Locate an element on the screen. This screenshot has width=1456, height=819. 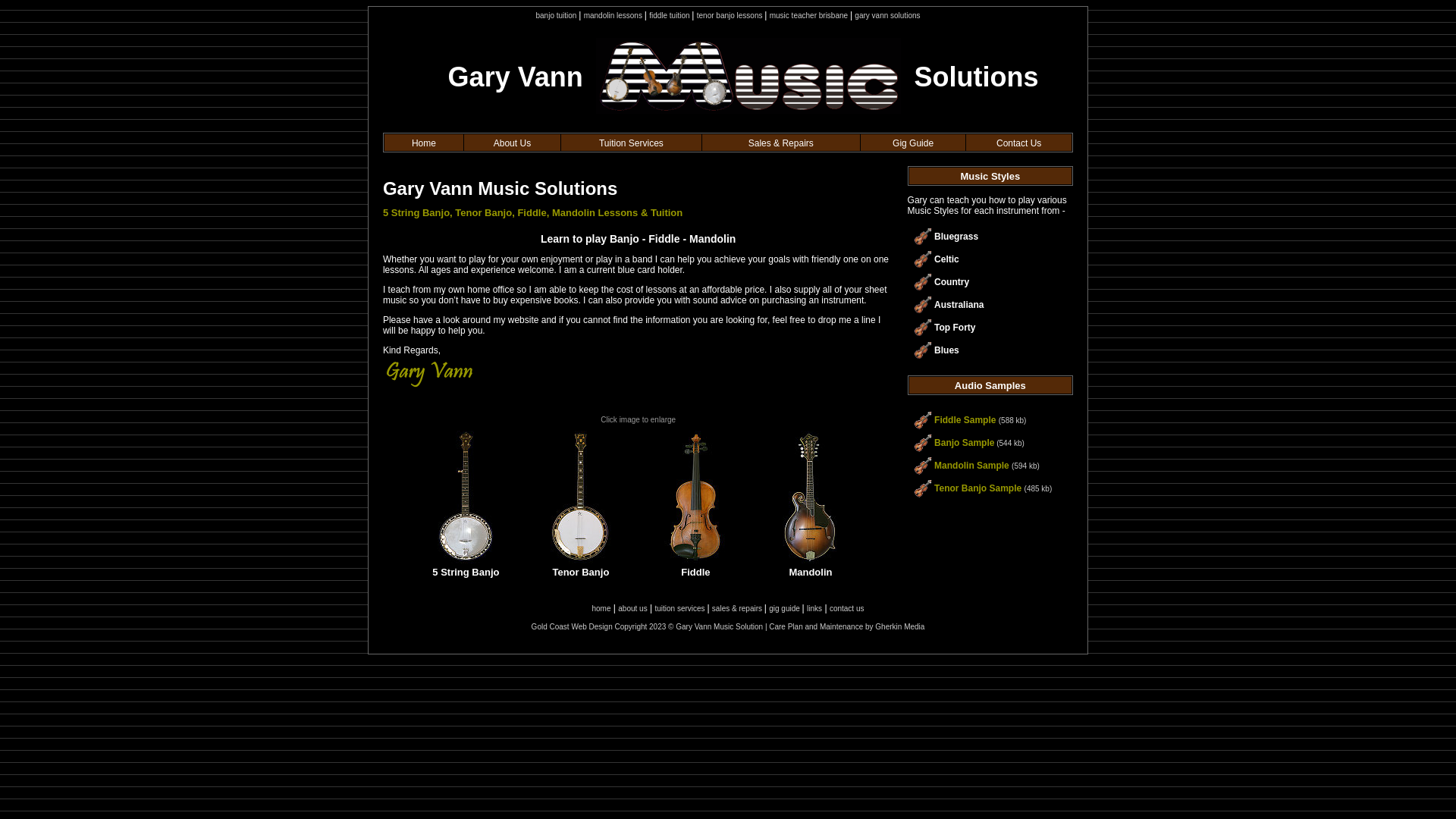
'Home' is located at coordinates (423, 143).